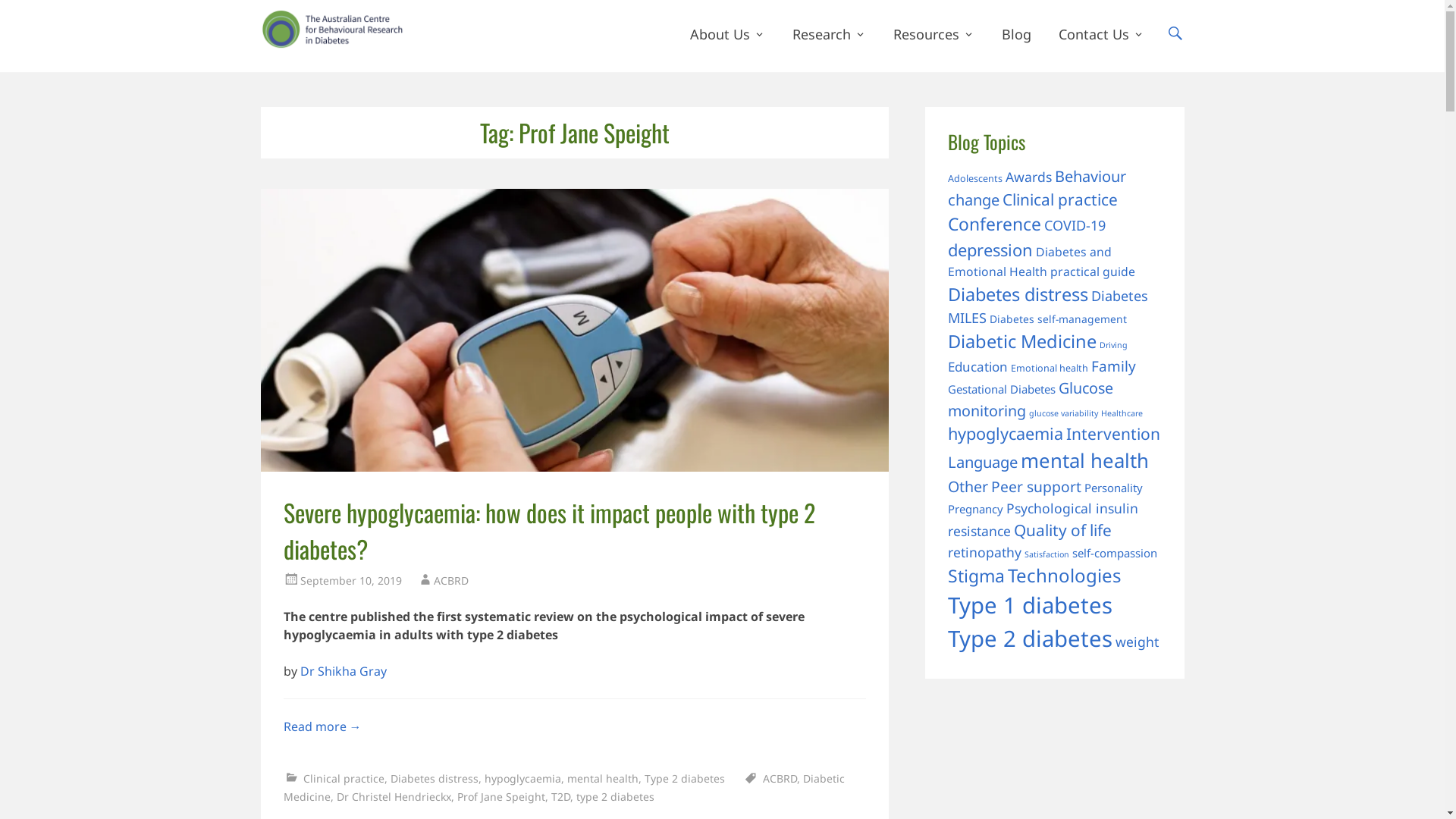 Image resolution: width=1456 pixels, height=819 pixels. I want to click on 'About Us', so click(726, 34).